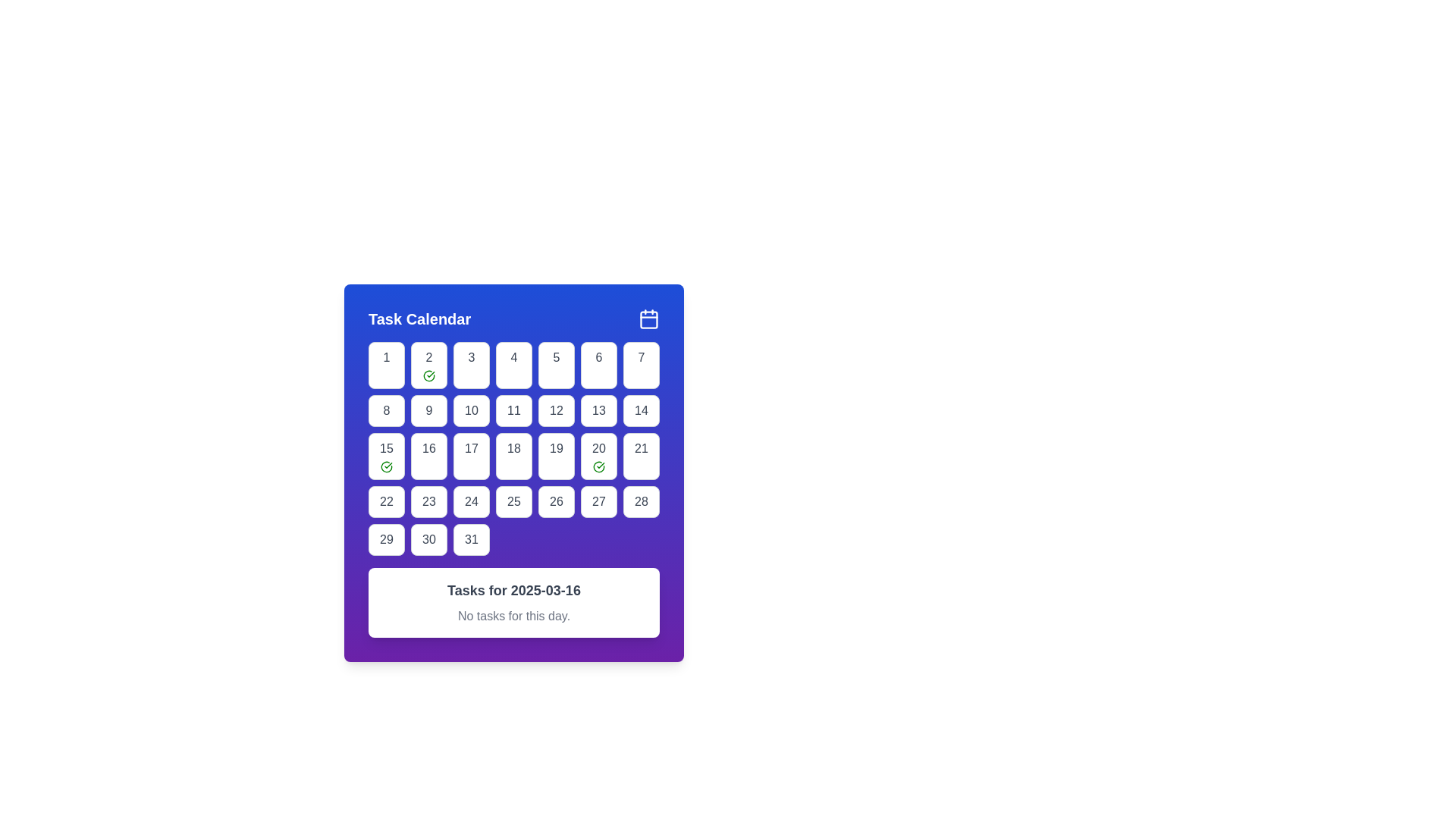 The width and height of the screenshot is (1456, 819). Describe the element at coordinates (556, 502) in the screenshot. I see `the numerical label '26'` at that location.